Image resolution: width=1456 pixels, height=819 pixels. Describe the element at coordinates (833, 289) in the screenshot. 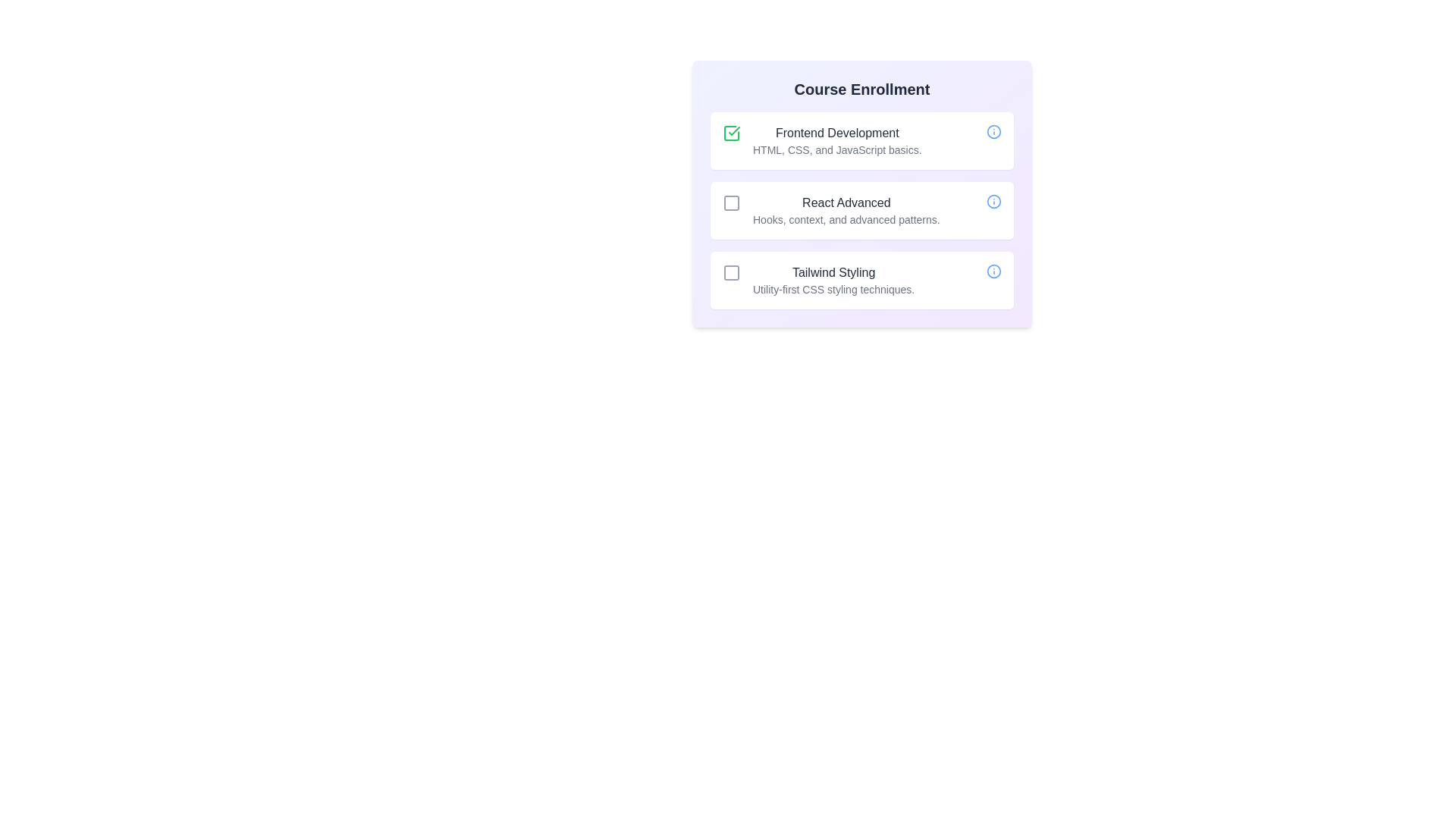

I see `text label containing the phrase 'Utility-first CSS styling techniques.' that is positioned below the title 'Tailwind Styling.'` at that location.